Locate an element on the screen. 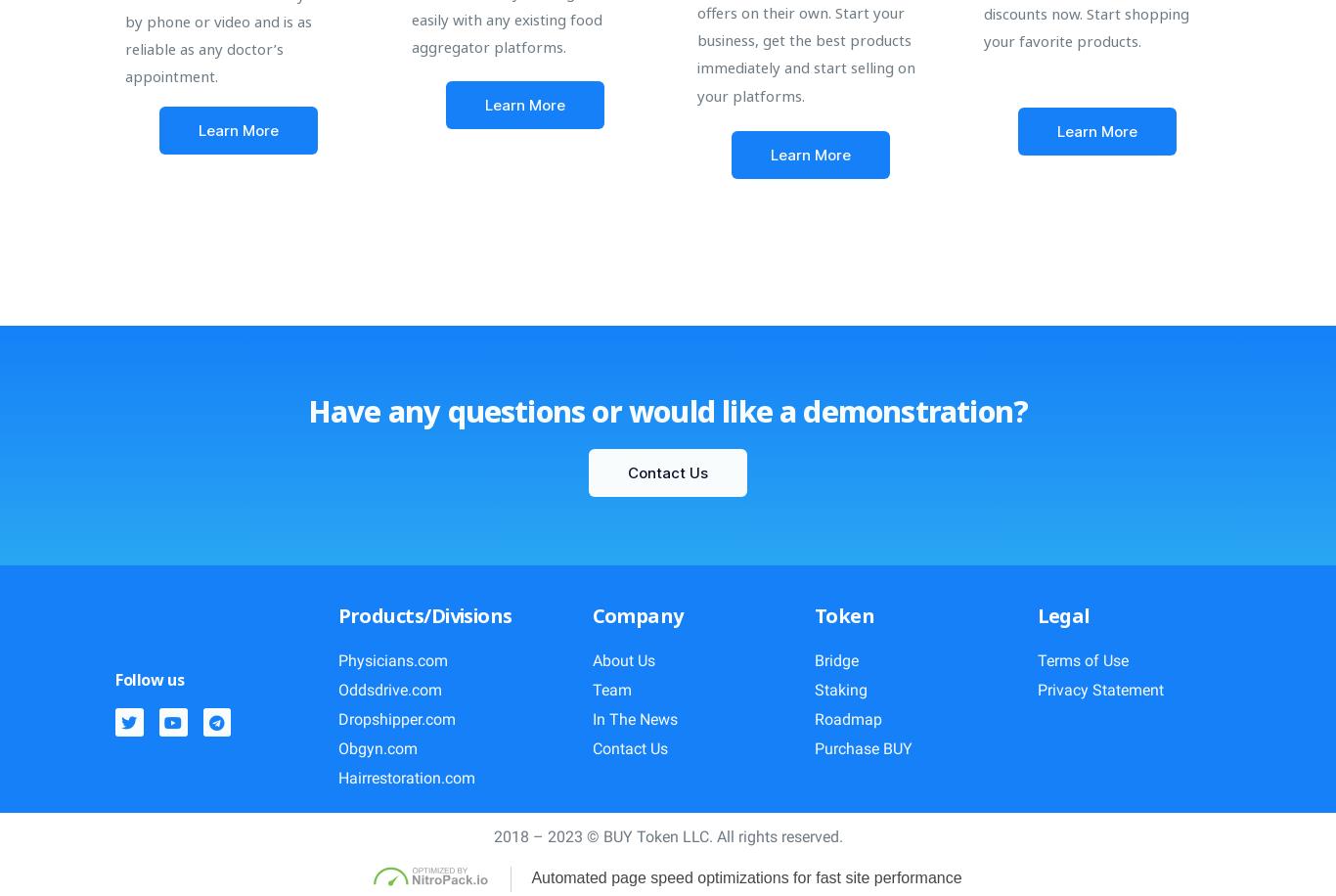 This screenshot has width=1336, height=896. 'Staking' is located at coordinates (840, 690).